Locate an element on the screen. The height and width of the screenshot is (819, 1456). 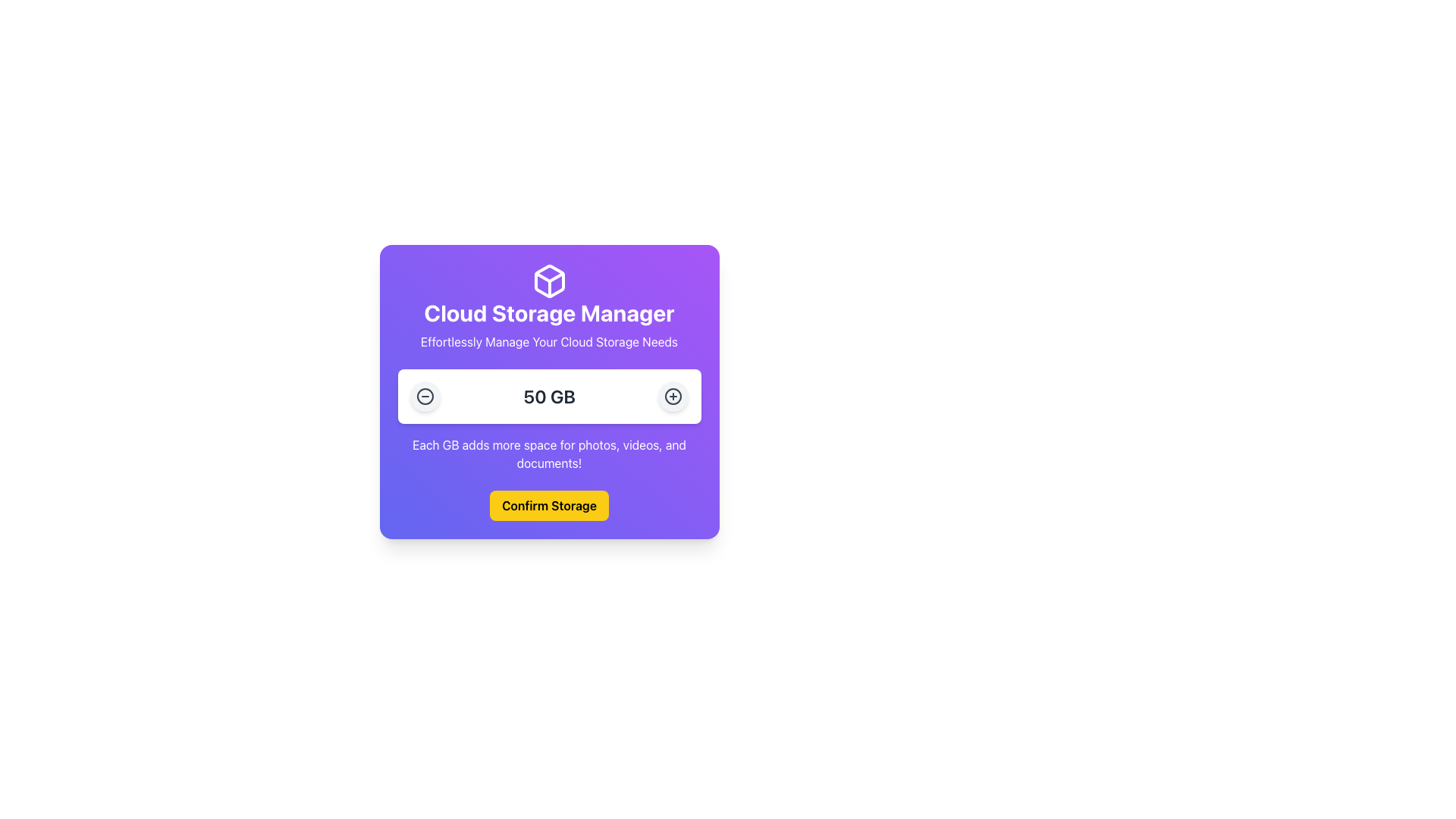
the selection and display panel with the numerical text '50 GB', which is located at the center of the 'Cloud Storage Manager' card is located at coordinates (548, 396).